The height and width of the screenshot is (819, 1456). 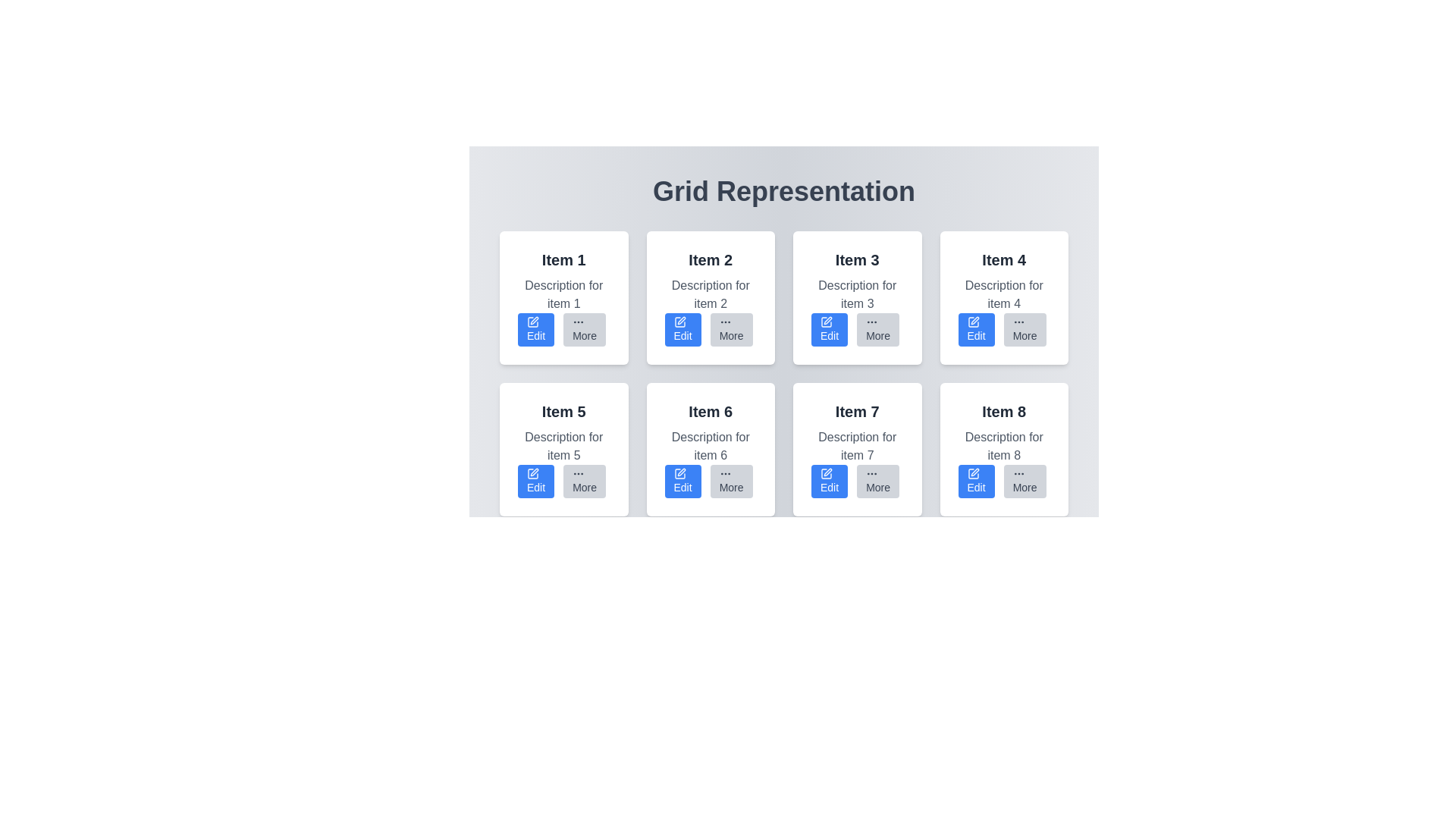 What do you see at coordinates (973, 321) in the screenshot?
I see `the pen-shaped icon within the 'Edit' button on the card for 'Item 4' located in the top-right quadrant of the grid layout` at bounding box center [973, 321].